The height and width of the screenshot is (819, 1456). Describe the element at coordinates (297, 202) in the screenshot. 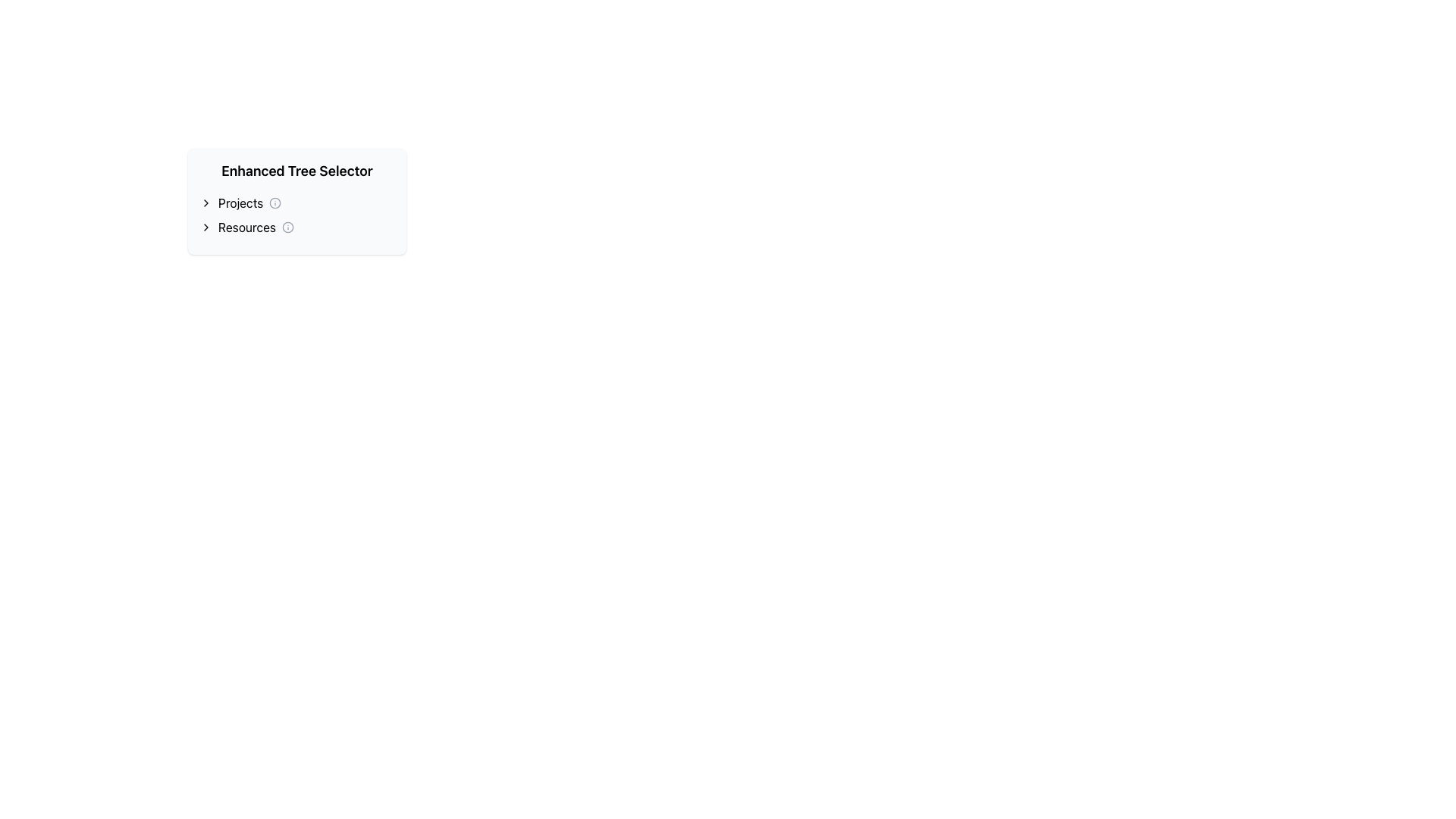

I see `the first selectable item in the 'Enhanced Tree Selector'` at that location.